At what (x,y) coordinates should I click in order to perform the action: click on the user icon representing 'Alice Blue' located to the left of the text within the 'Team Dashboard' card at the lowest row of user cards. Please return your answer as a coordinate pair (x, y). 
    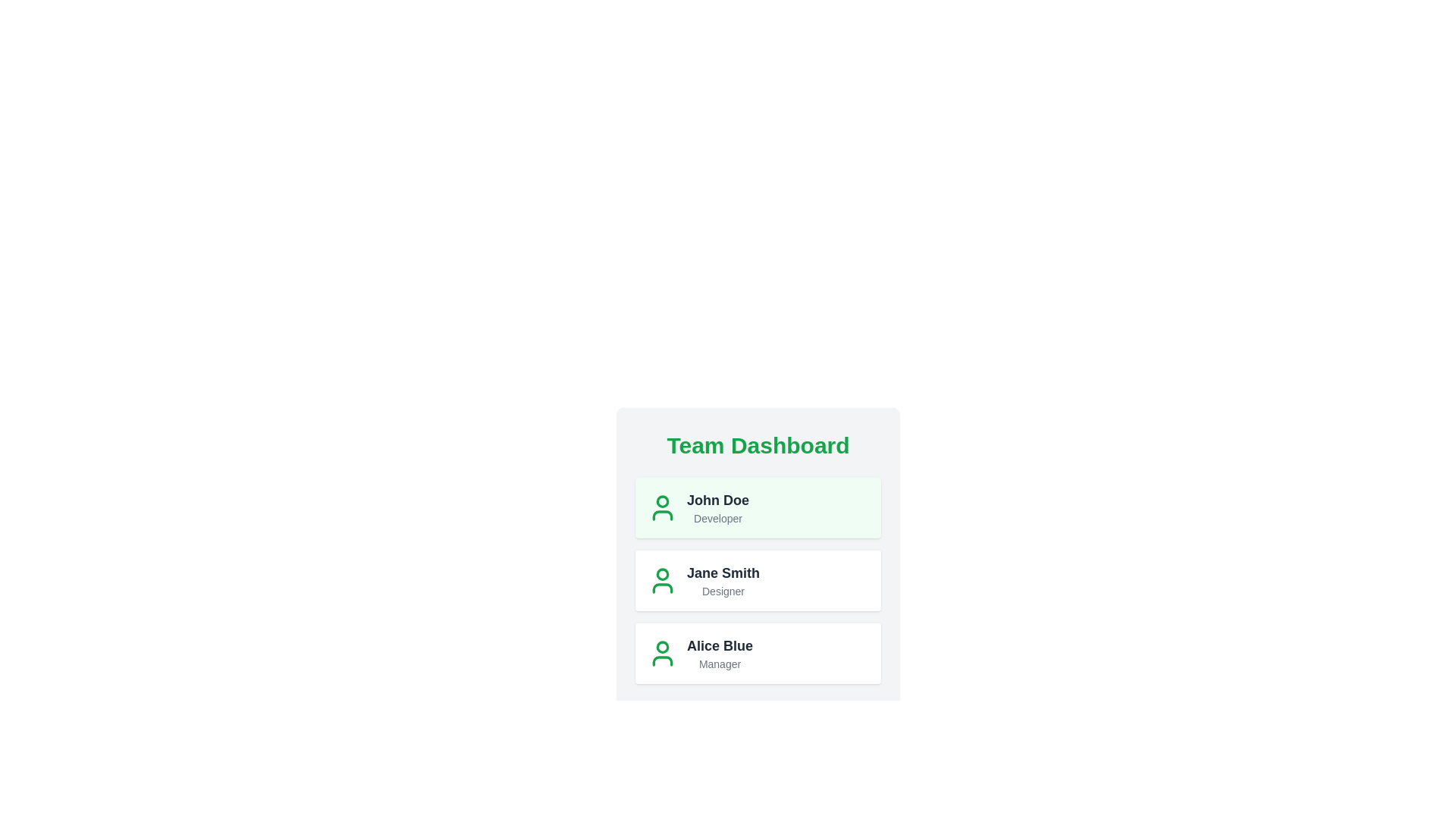
    Looking at the image, I should click on (662, 652).